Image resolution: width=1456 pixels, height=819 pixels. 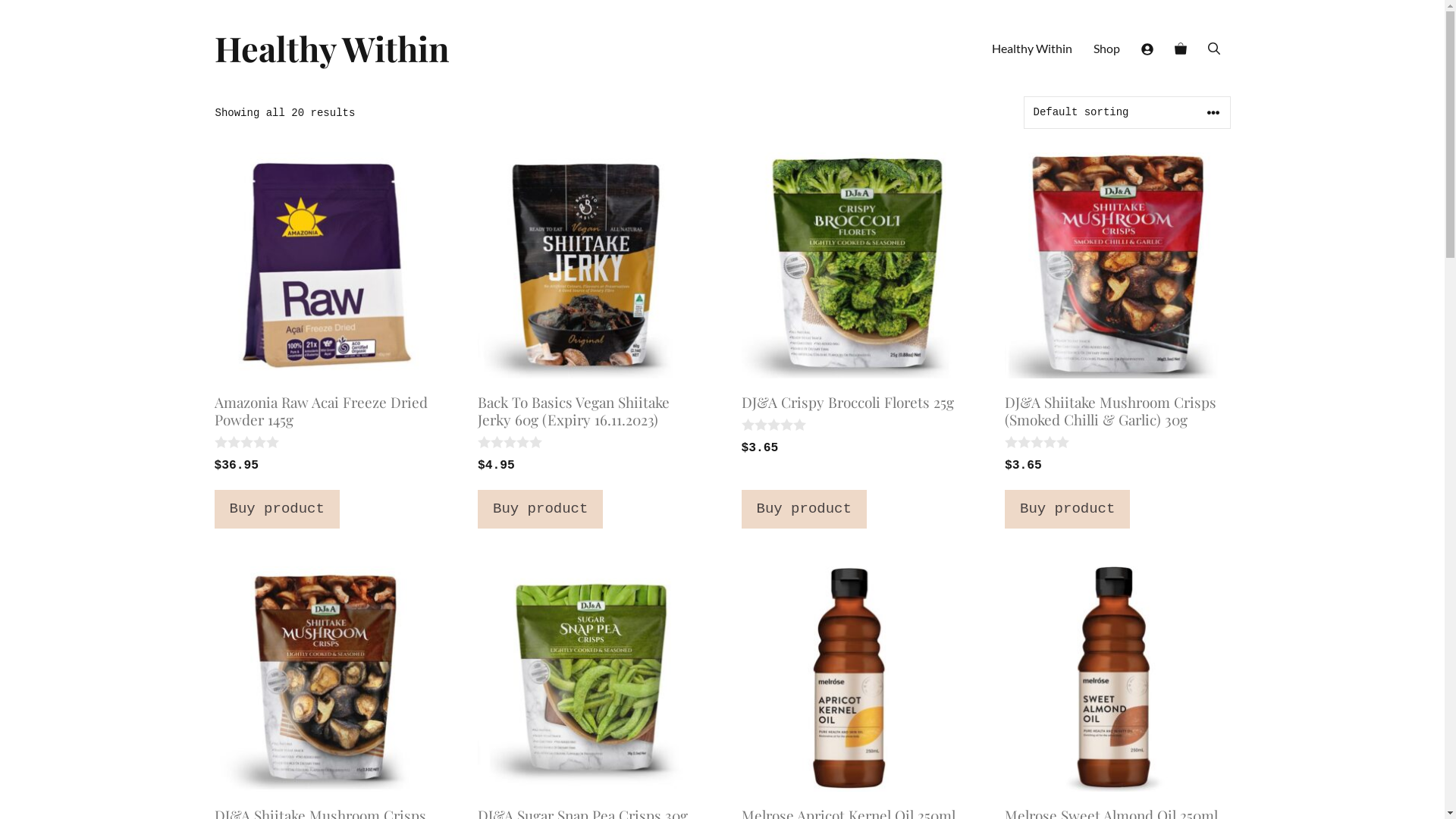 I want to click on 'View your shopping cart', so click(x=1163, y=47).